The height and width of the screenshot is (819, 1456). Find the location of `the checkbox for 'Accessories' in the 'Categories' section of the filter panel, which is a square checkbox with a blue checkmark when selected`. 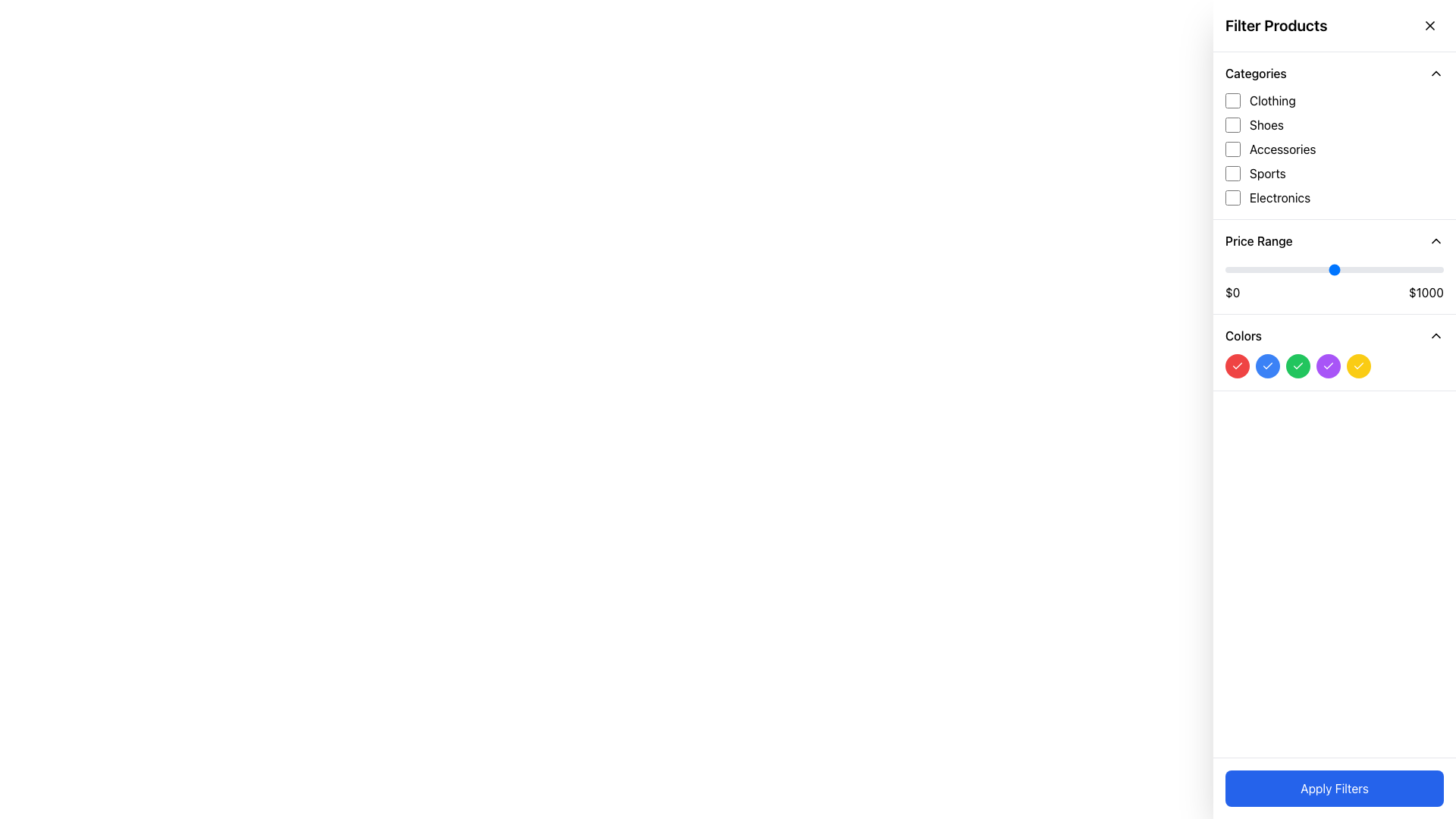

the checkbox for 'Accessories' in the 'Categories' section of the filter panel, which is a square checkbox with a blue checkmark when selected is located at coordinates (1233, 149).